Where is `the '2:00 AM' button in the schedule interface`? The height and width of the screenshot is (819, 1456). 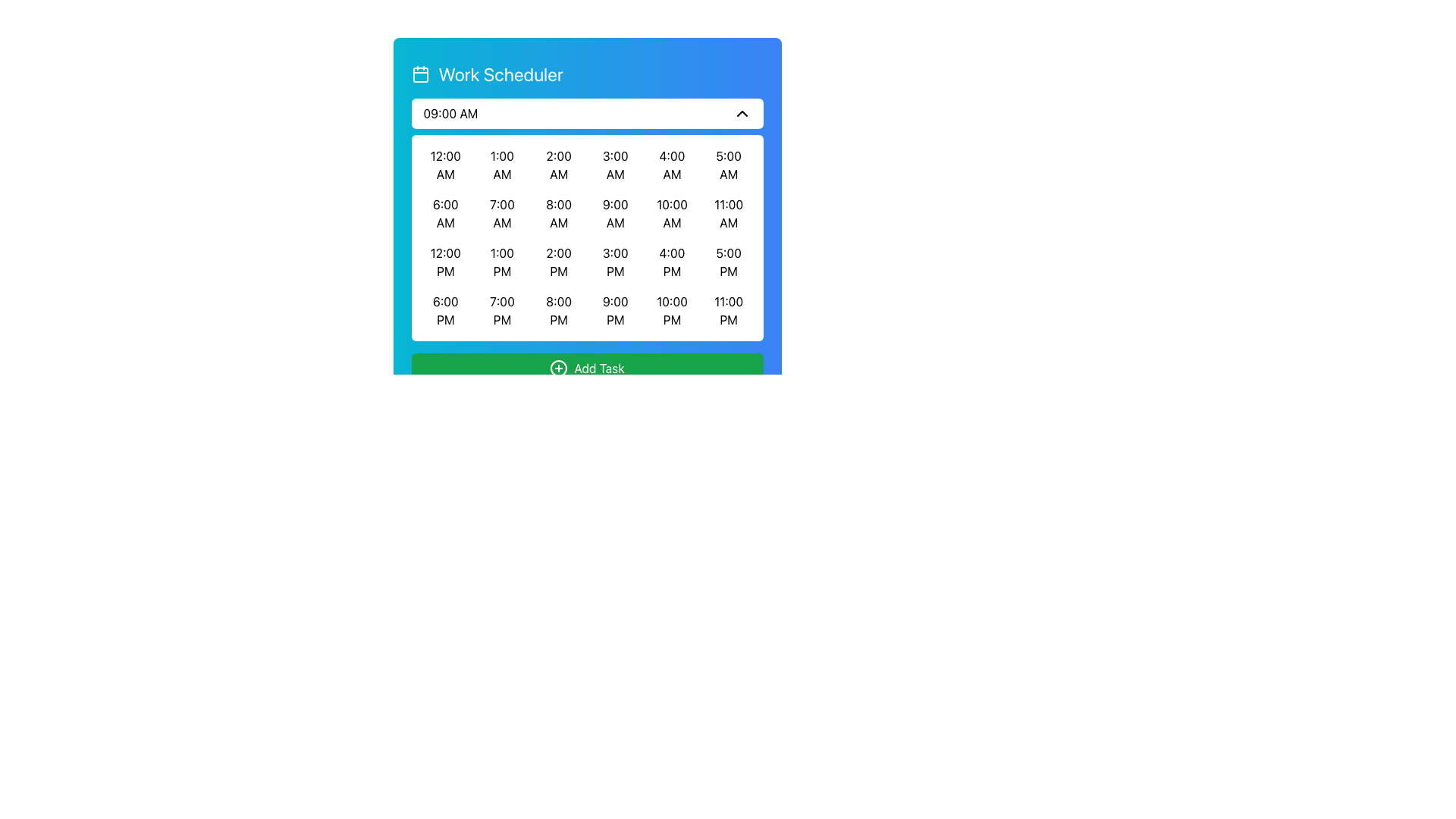
the '2:00 AM' button in the schedule interface is located at coordinates (558, 165).